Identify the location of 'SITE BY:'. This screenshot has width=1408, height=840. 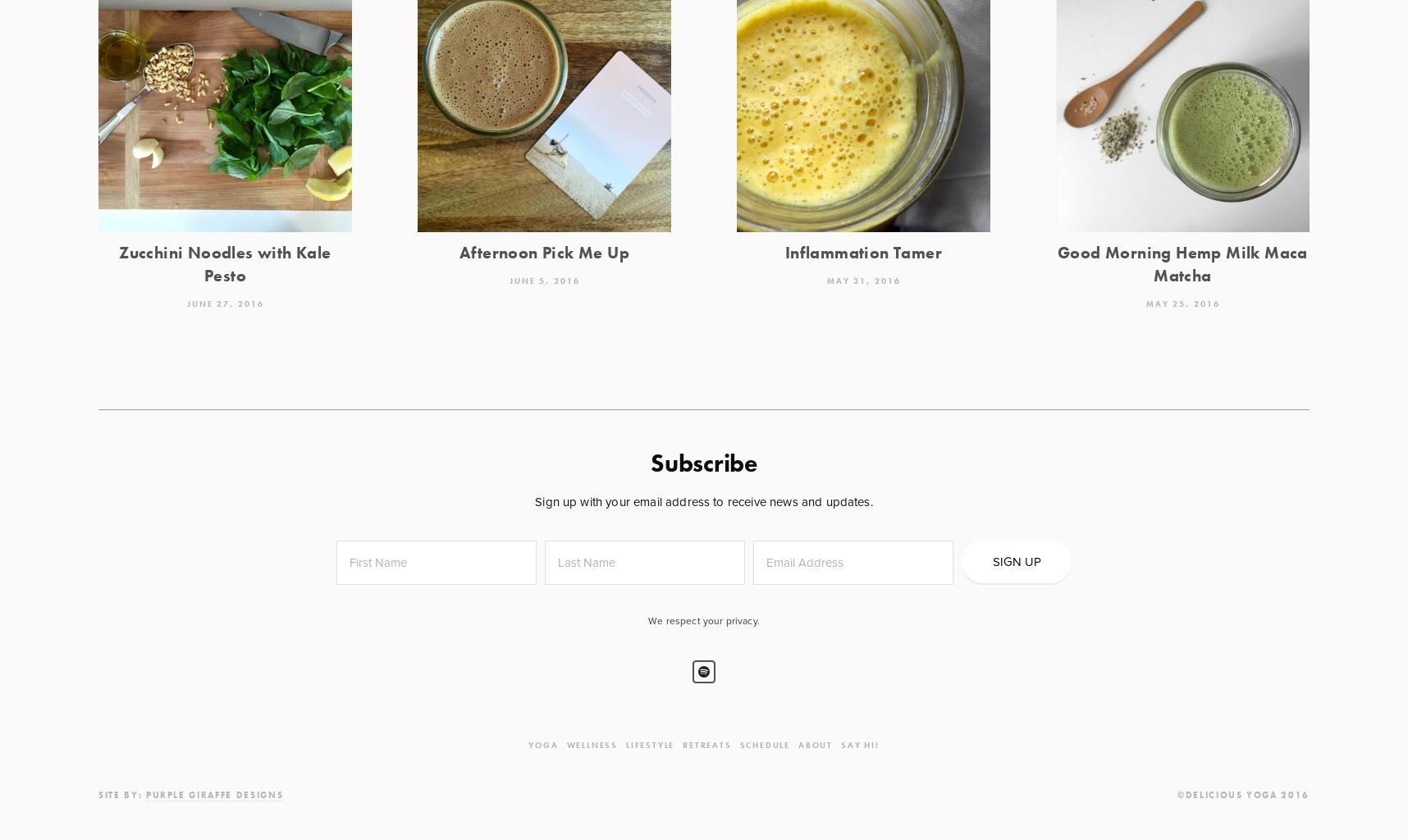
(121, 793).